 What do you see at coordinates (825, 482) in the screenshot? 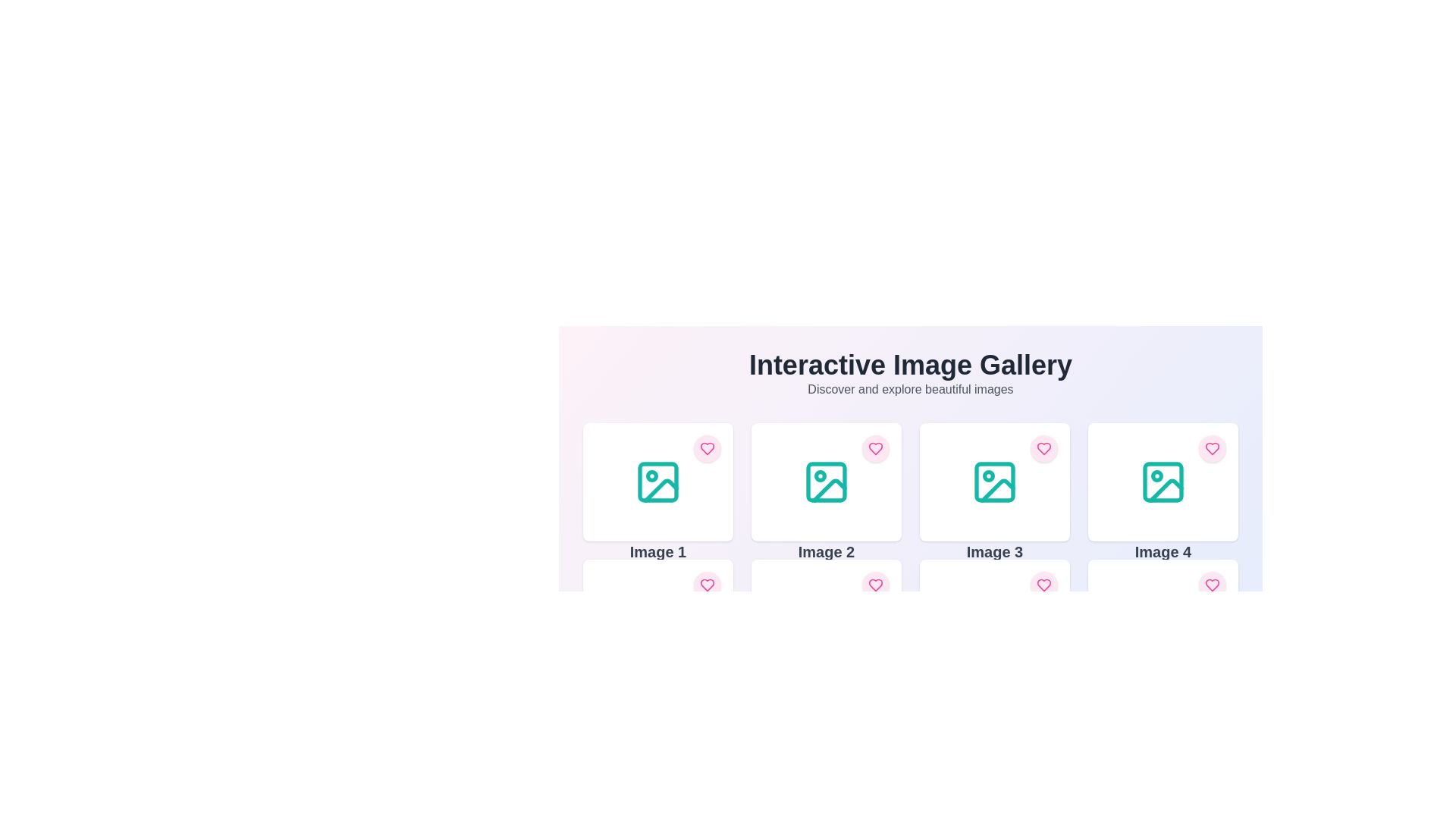
I see `the teal rectangular Decorative SVG subcomponent located in the top-left of the picture frame icon in the second image slot of the gallery grid` at bounding box center [825, 482].